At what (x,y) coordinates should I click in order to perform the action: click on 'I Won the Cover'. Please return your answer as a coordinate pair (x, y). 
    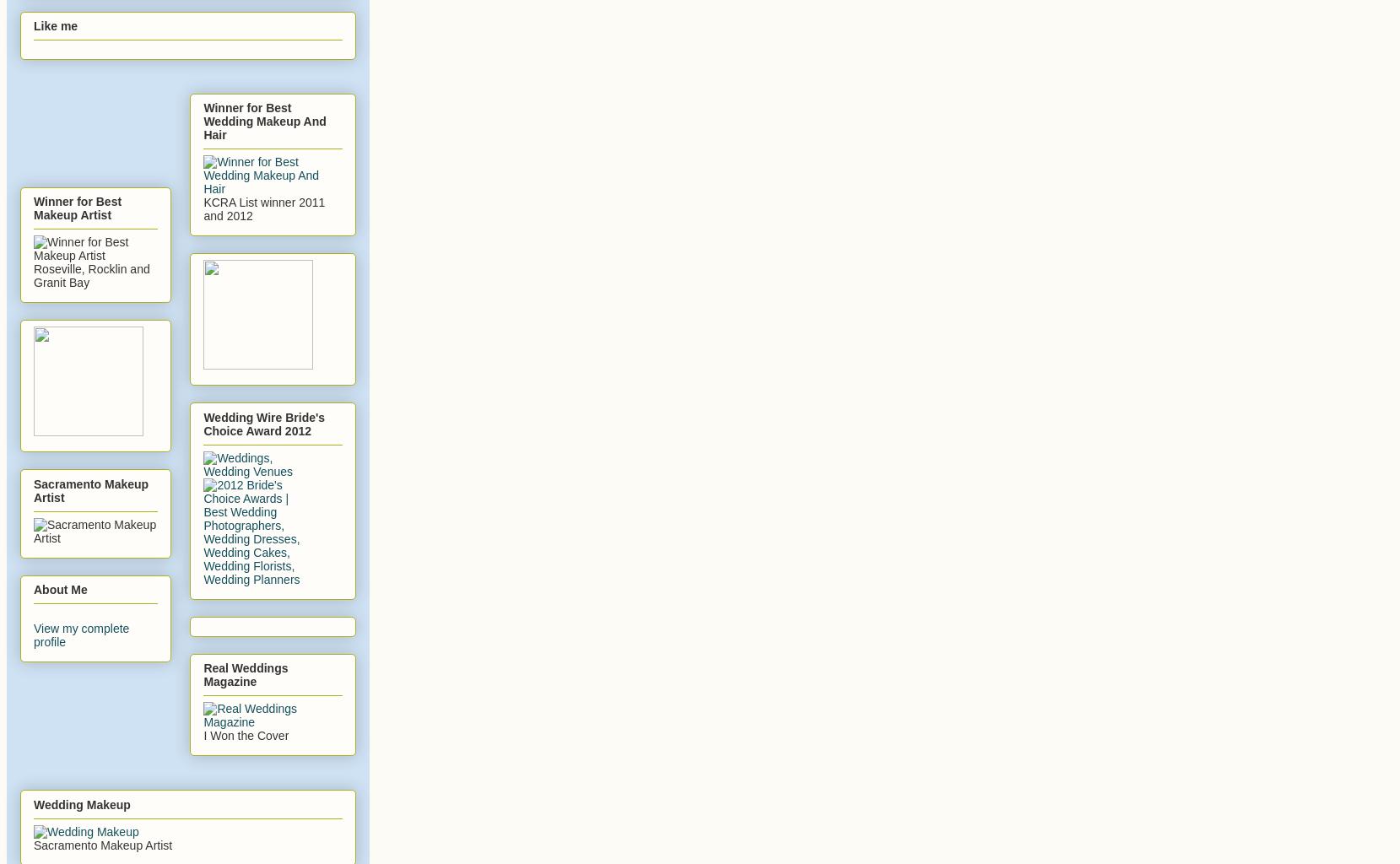
    Looking at the image, I should click on (245, 736).